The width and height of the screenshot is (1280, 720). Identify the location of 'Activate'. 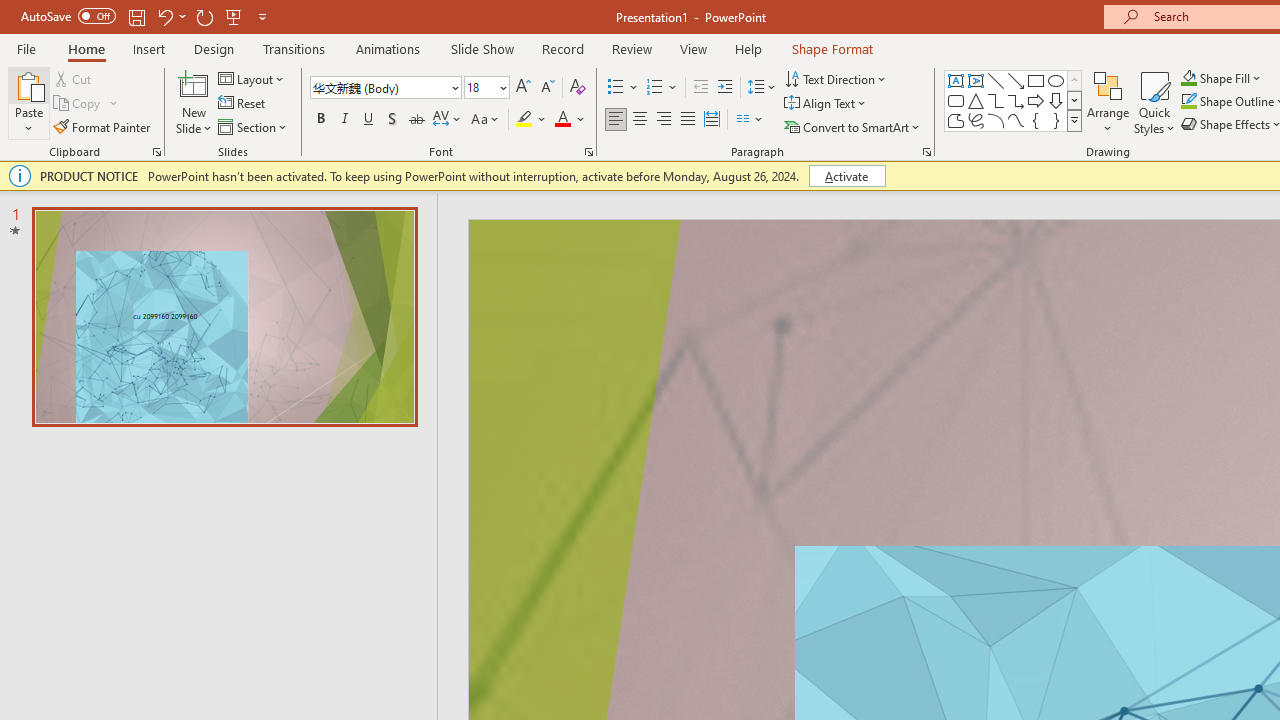
(847, 175).